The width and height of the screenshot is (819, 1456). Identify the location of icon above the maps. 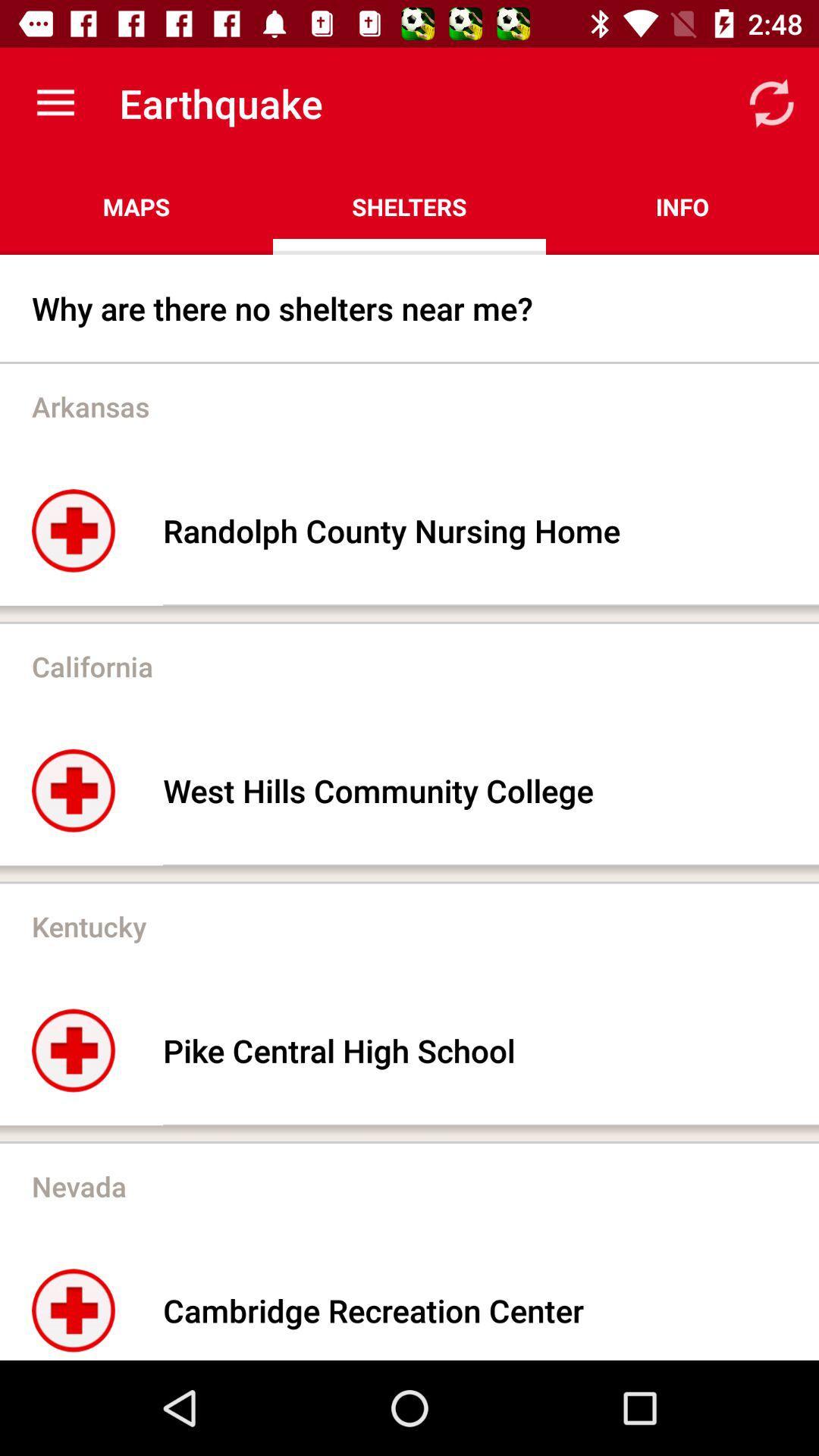
(55, 102).